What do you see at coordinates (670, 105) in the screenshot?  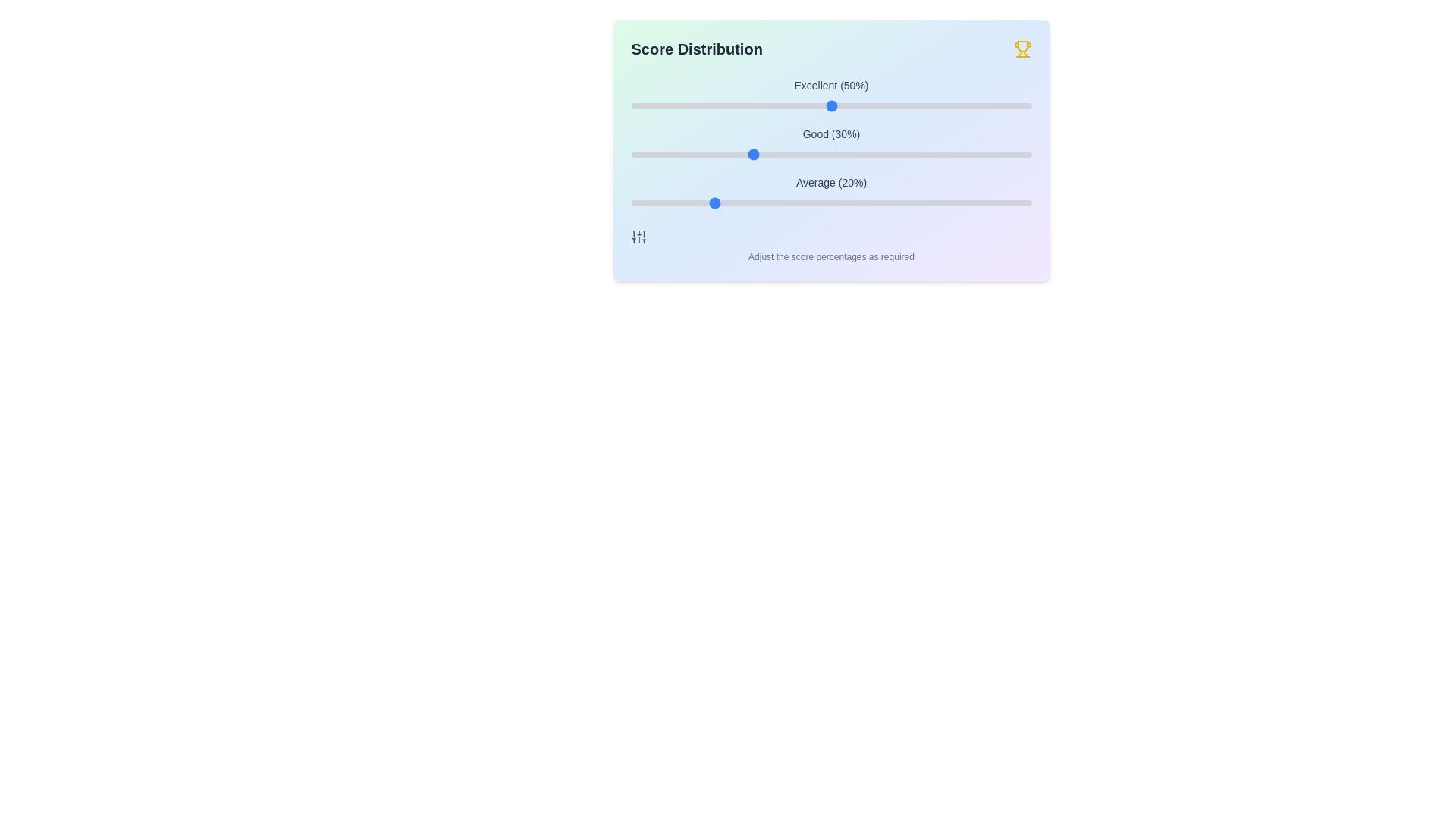 I see `the 'Excellent' slider to 10%` at bounding box center [670, 105].